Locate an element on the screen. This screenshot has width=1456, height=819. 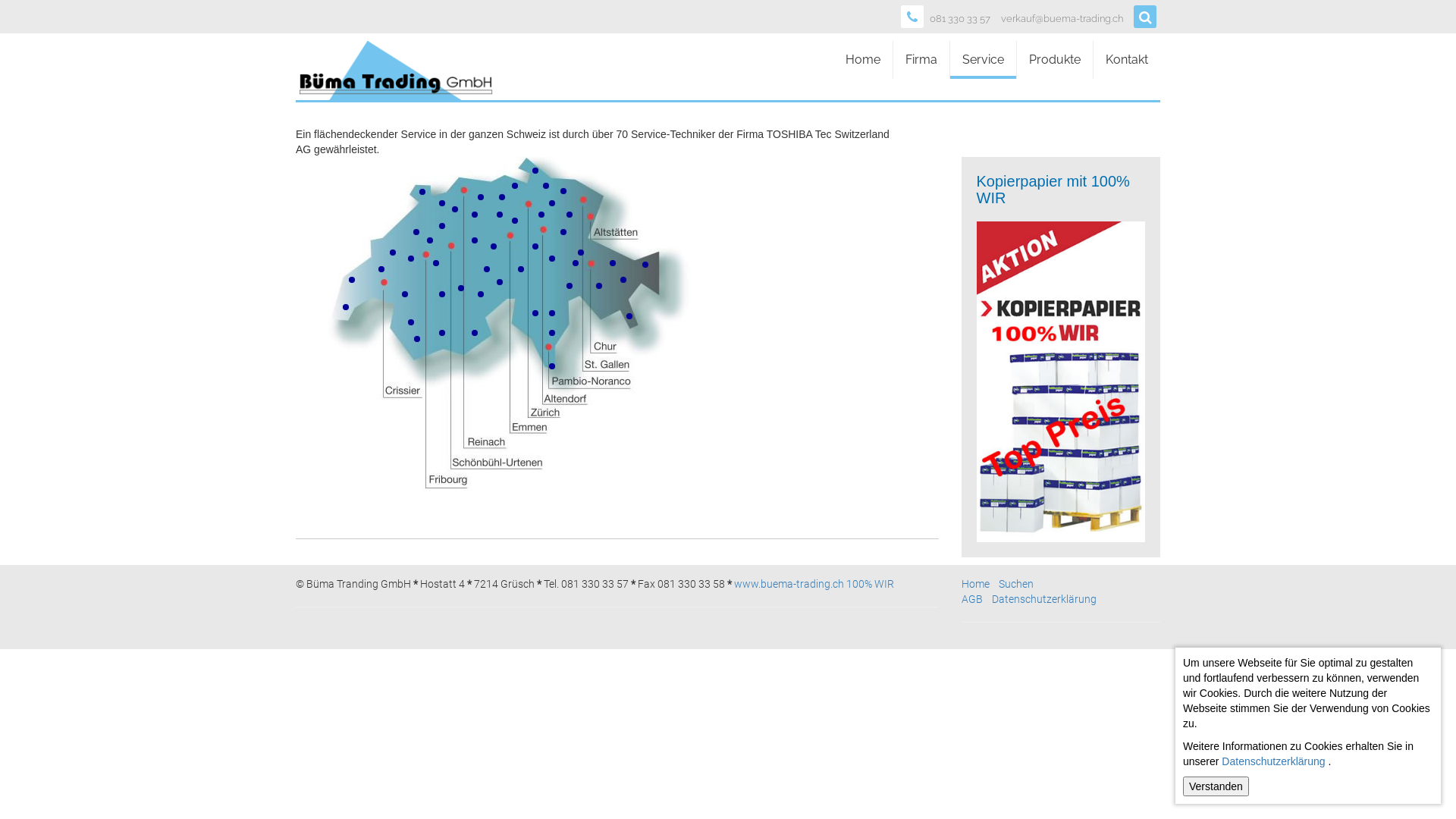
'100% WIR' is located at coordinates (870, 583).